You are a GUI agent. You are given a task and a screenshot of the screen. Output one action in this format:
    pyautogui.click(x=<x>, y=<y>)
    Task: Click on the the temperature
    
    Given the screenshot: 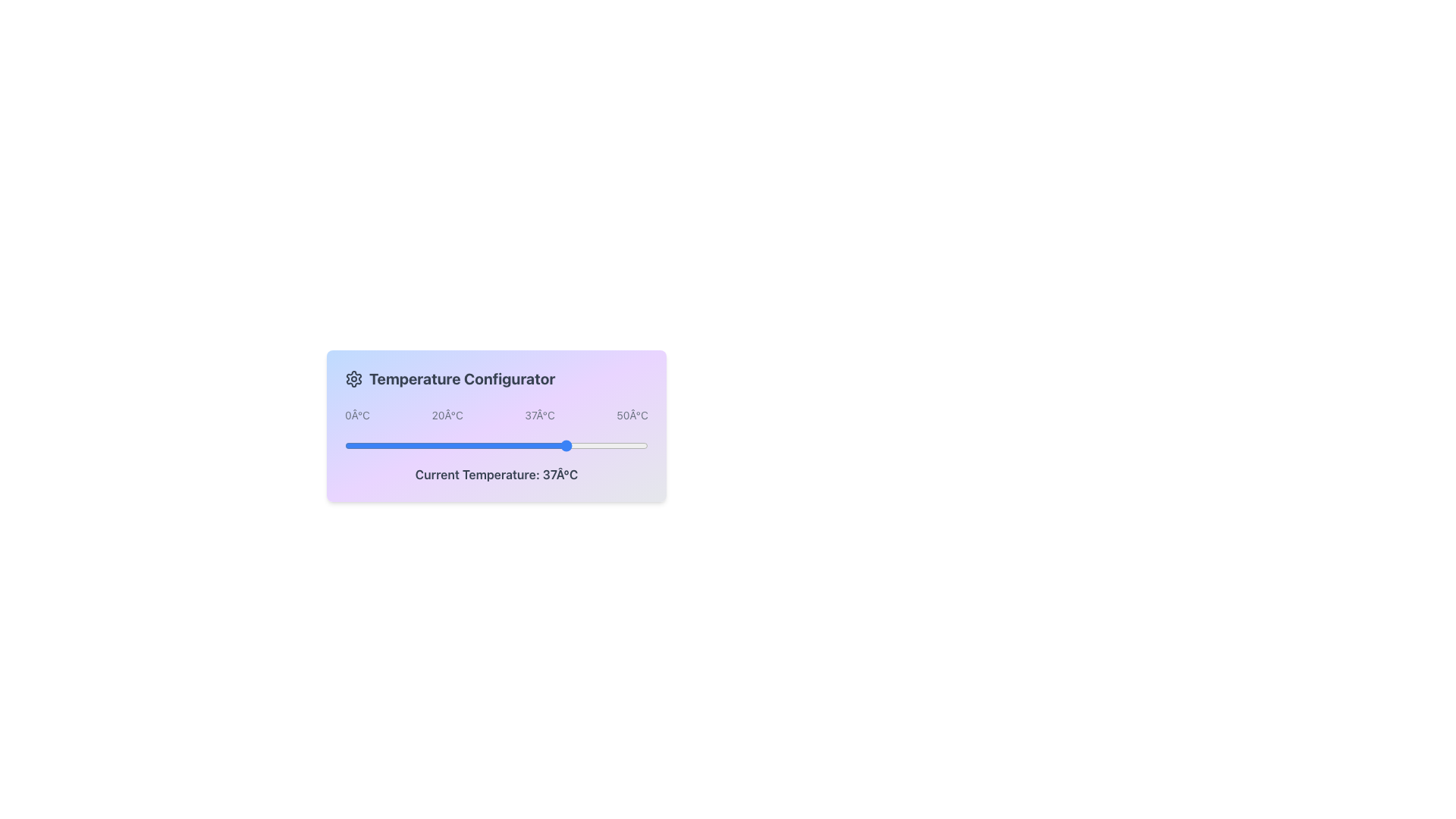 What is the action you would take?
    pyautogui.click(x=586, y=444)
    